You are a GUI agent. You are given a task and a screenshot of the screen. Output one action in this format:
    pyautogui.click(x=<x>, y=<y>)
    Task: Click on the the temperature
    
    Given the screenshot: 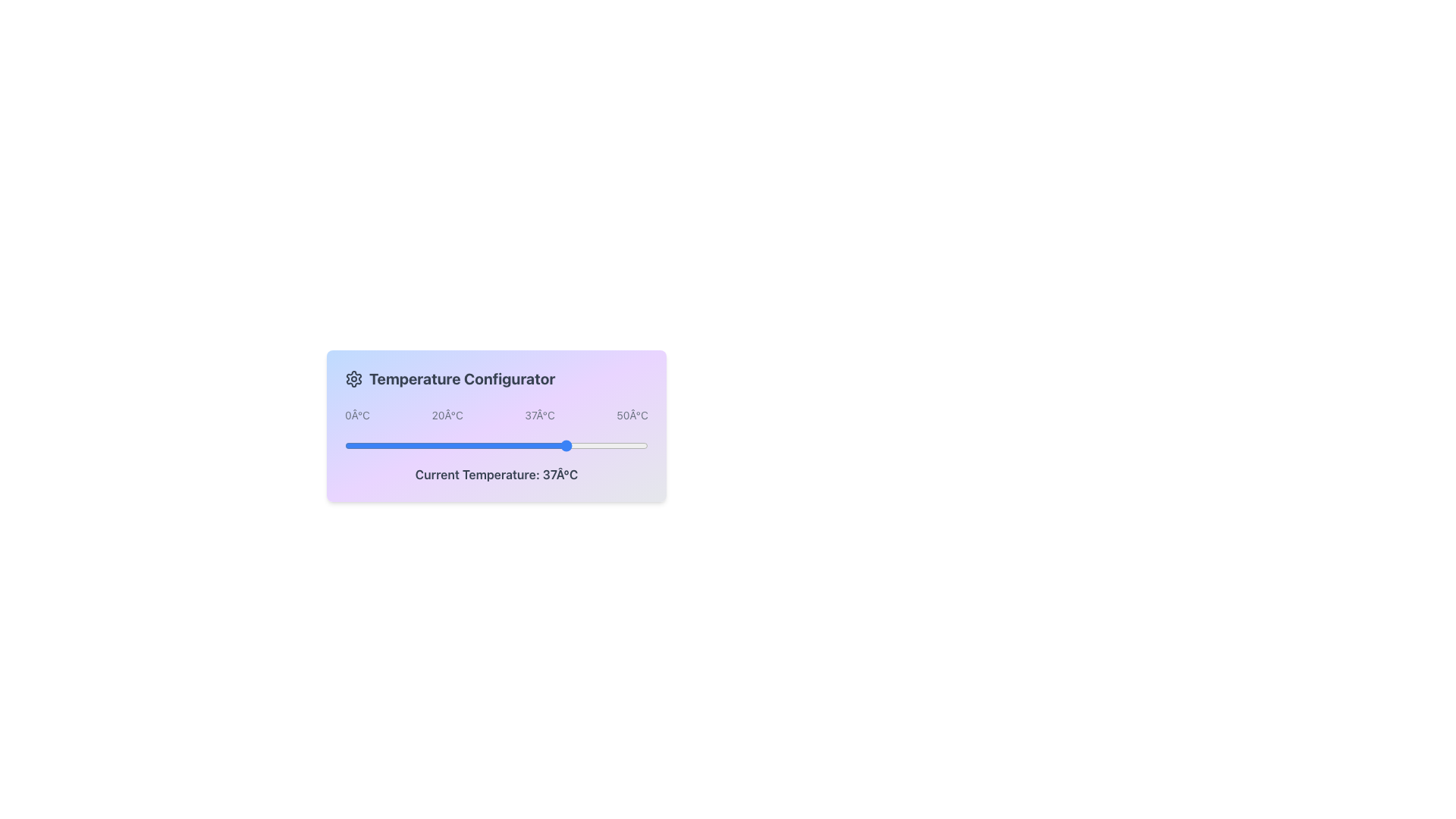 What is the action you would take?
    pyautogui.click(x=586, y=444)
    